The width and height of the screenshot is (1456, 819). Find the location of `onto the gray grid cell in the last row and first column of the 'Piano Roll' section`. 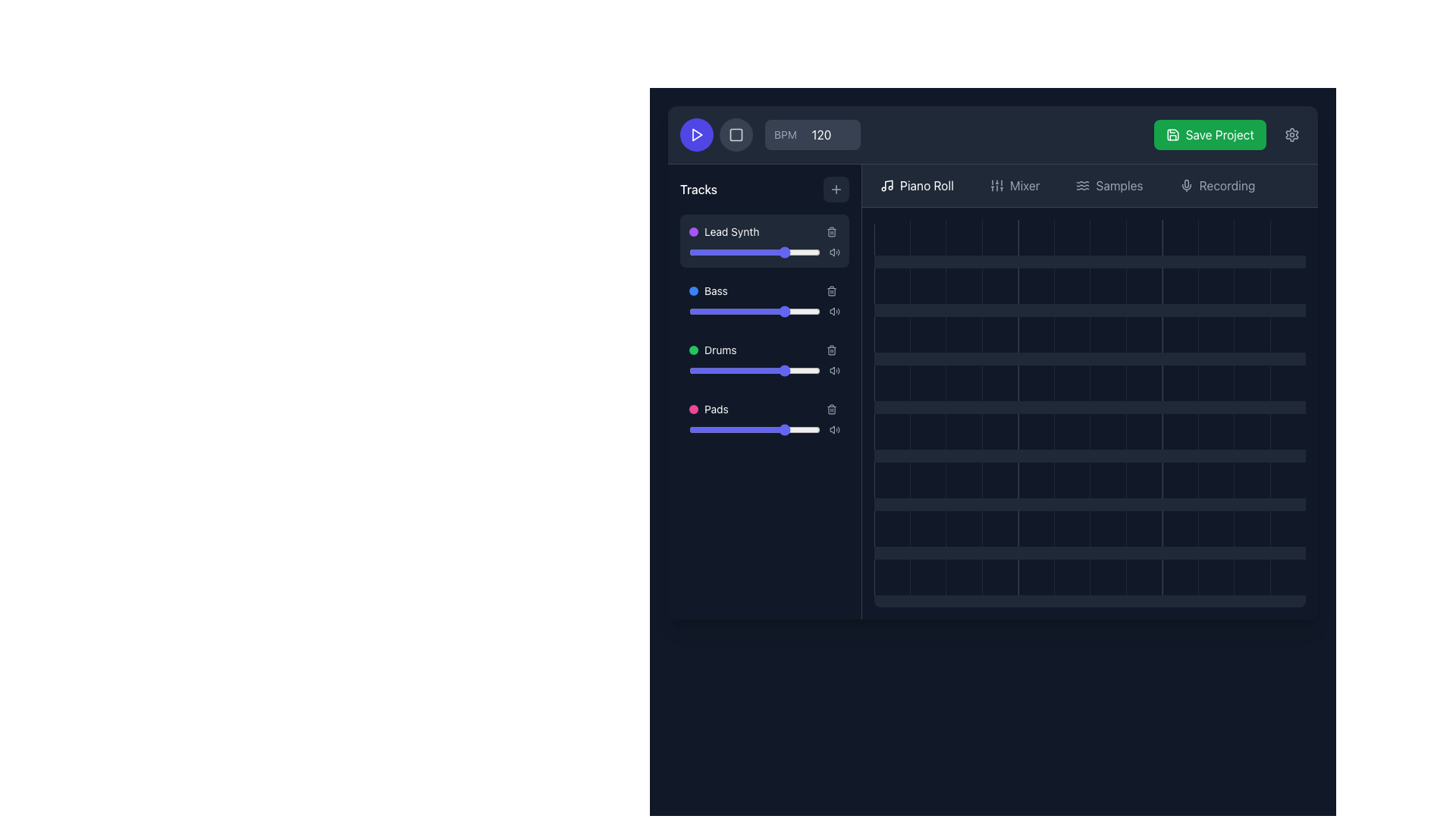

onto the gray grid cell in the last row and first column of the 'Piano Roll' section is located at coordinates (892, 528).